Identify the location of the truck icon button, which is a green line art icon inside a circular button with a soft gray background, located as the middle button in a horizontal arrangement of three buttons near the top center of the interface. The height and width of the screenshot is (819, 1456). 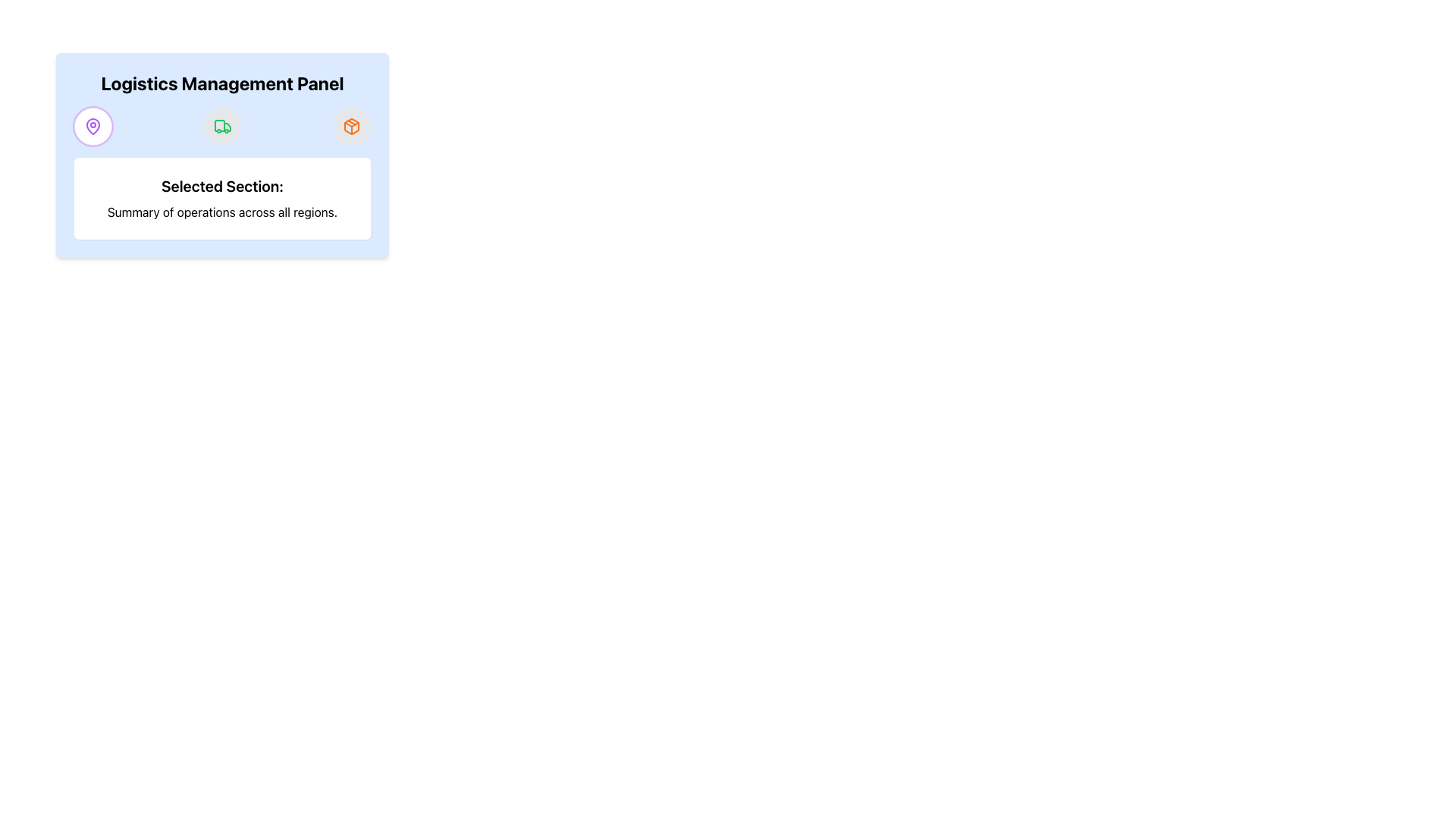
(221, 125).